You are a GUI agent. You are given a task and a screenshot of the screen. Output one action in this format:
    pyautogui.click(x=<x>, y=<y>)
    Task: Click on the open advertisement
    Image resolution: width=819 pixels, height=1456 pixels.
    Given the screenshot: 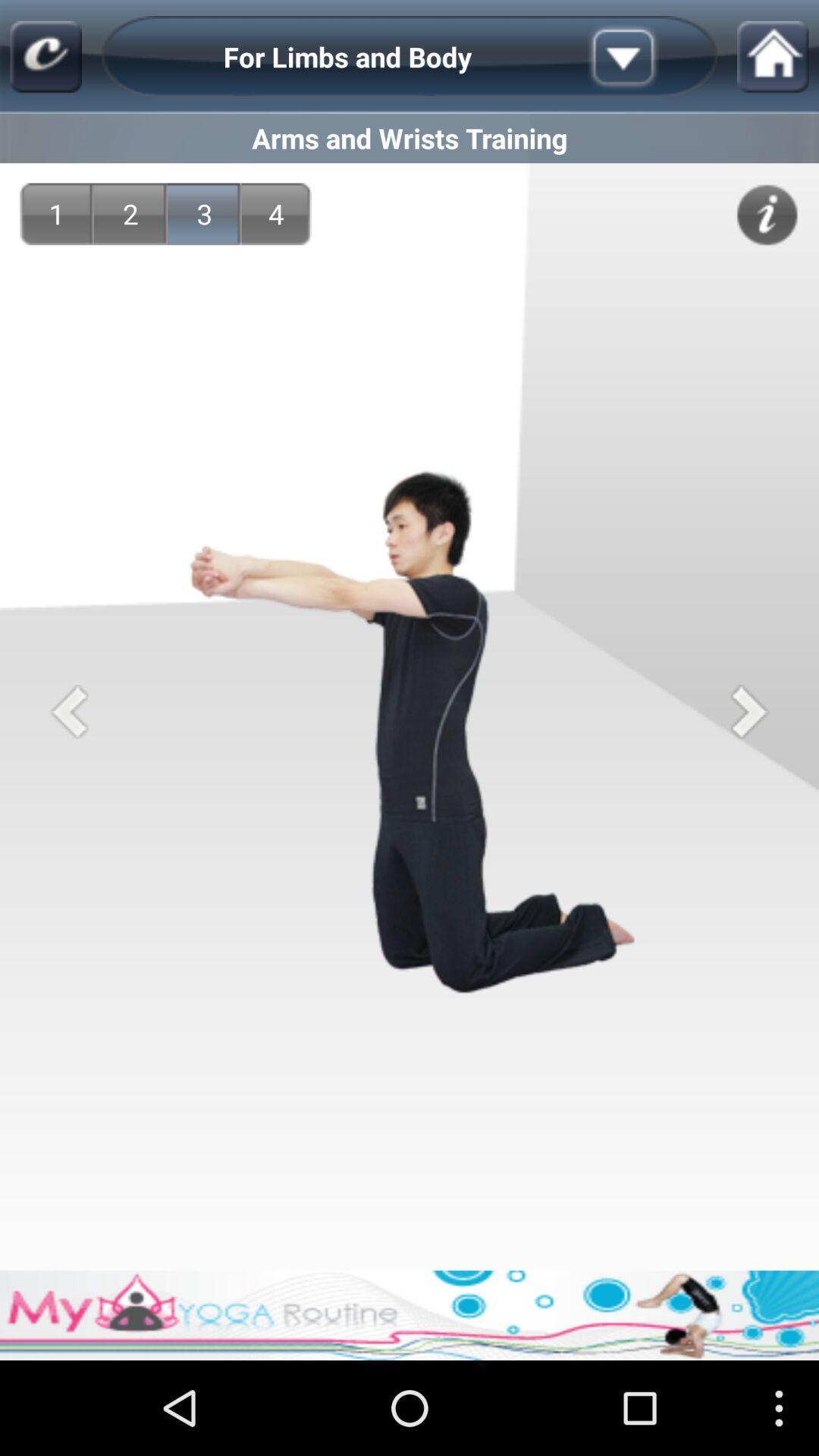 What is the action you would take?
    pyautogui.click(x=409, y=1314)
    